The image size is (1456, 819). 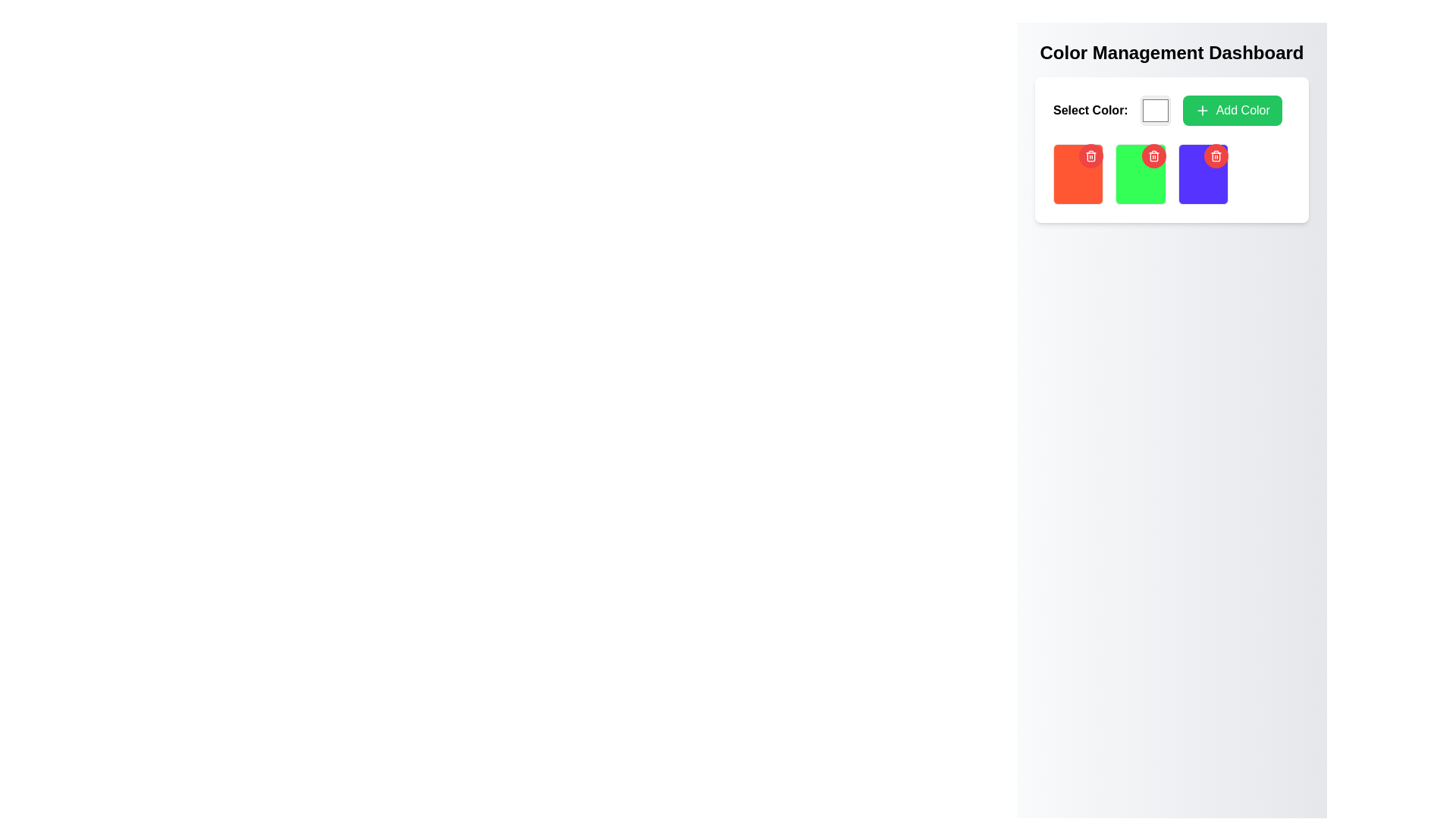 What do you see at coordinates (1090, 155) in the screenshot?
I see `the delete icon button located in the top-right corner of the first red color card` at bounding box center [1090, 155].